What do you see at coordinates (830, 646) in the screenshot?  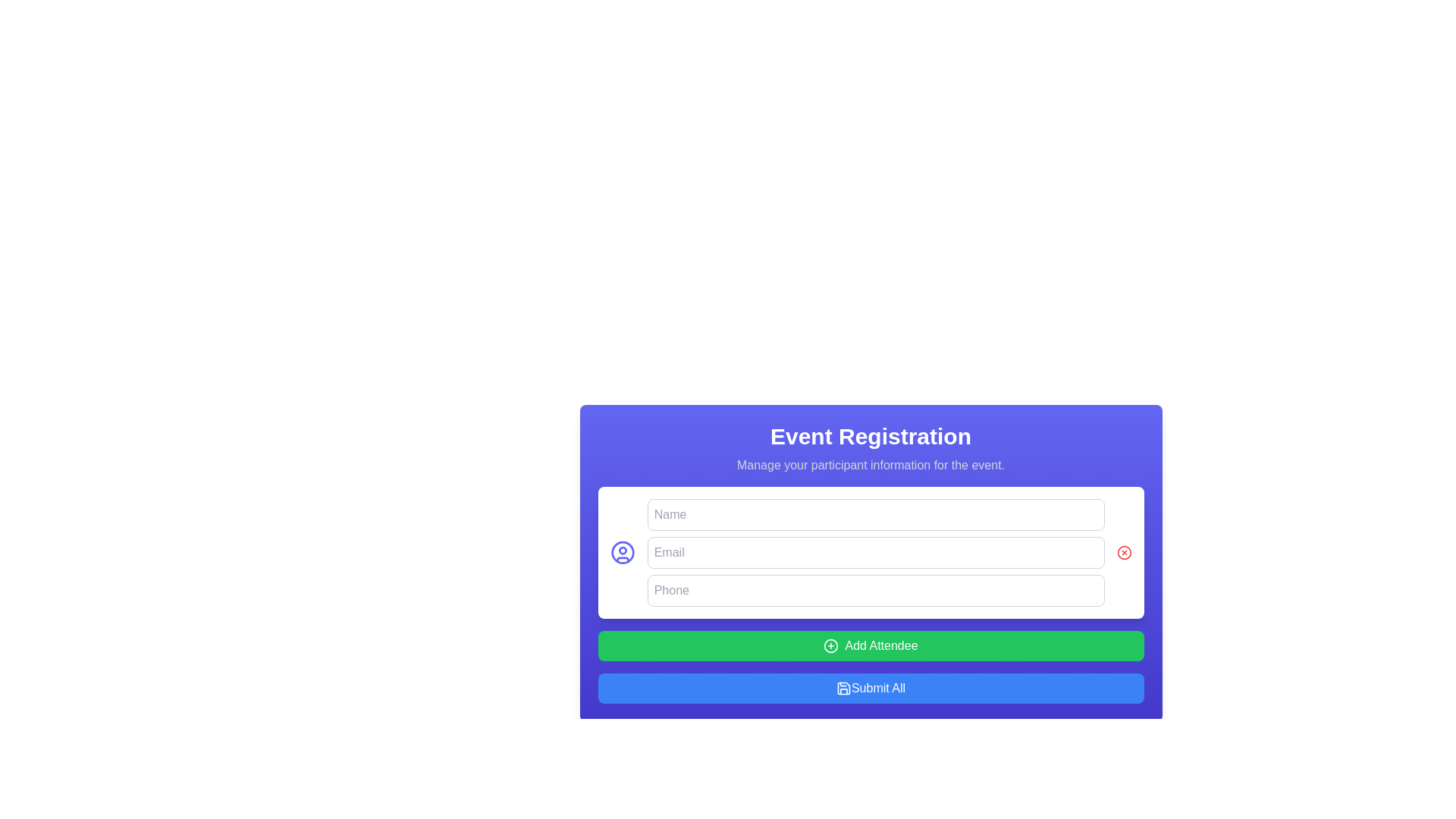 I see `the circular '+' icon with a green background and white stroke located to the left of the 'Add Attendee' text in the Event Registration form` at bounding box center [830, 646].